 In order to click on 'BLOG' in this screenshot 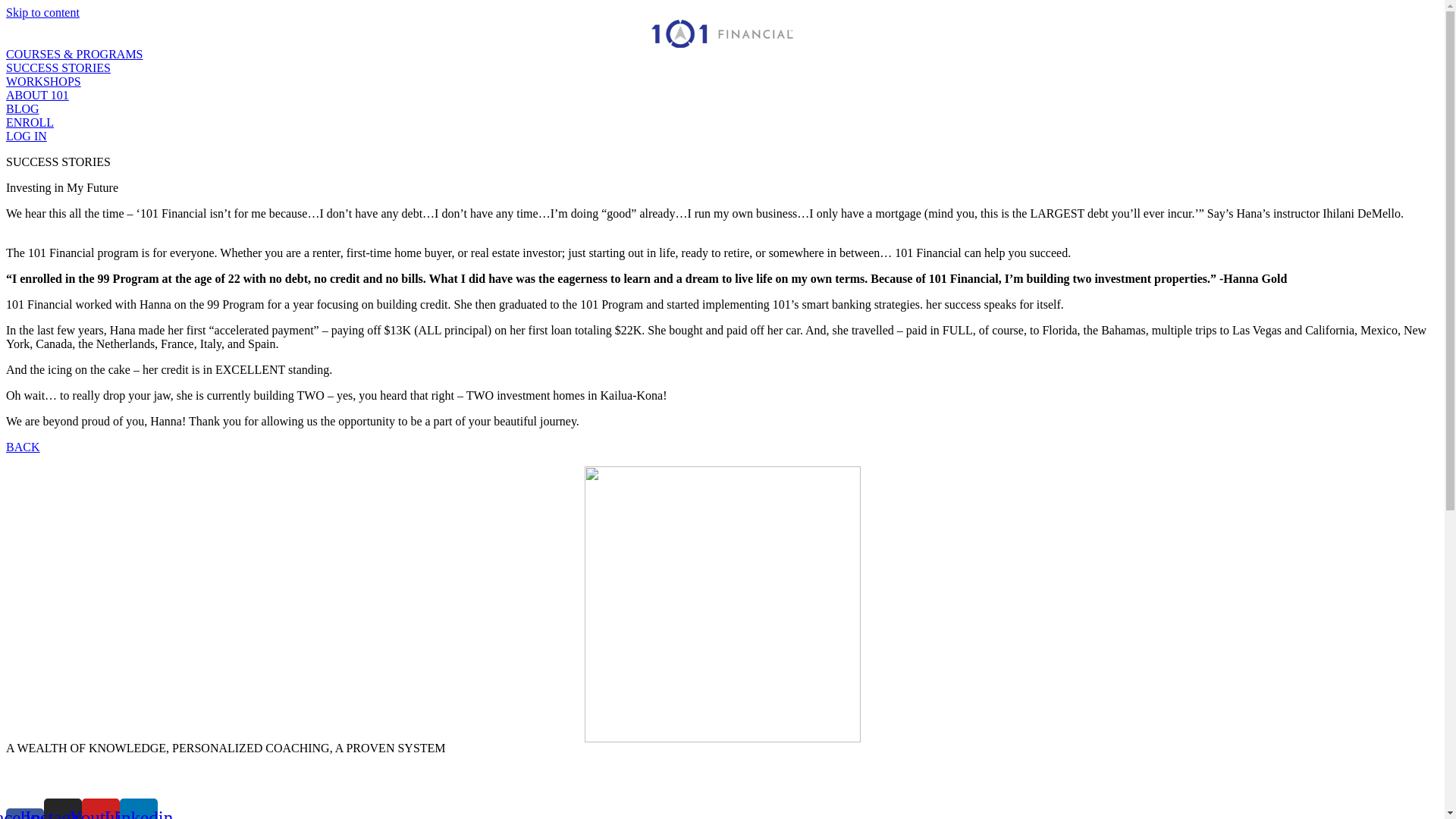, I will do `click(22, 108)`.